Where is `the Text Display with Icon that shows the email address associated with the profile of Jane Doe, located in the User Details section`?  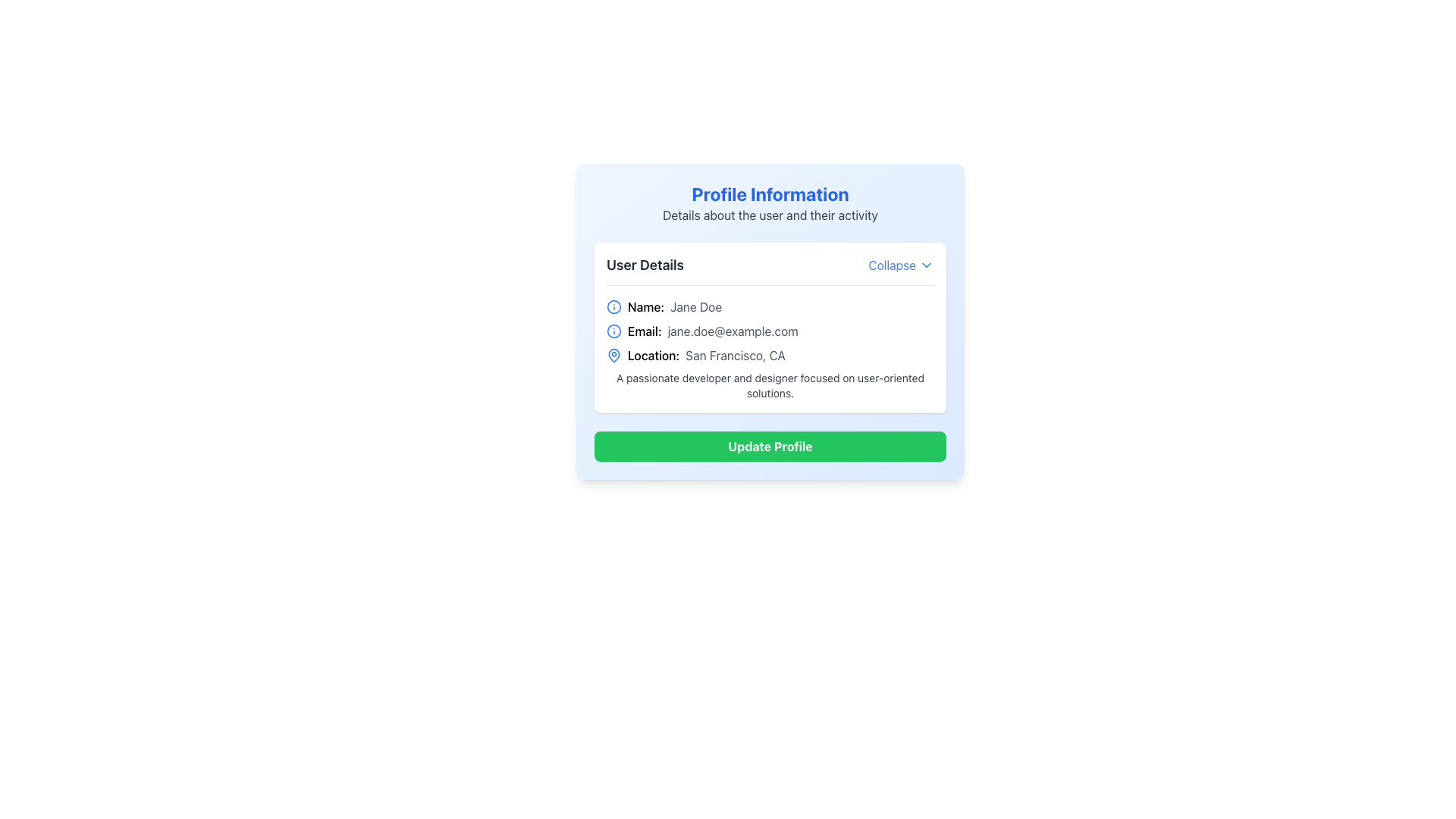
the Text Display with Icon that shows the email address associated with the profile of Jane Doe, located in the User Details section is located at coordinates (770, 330).